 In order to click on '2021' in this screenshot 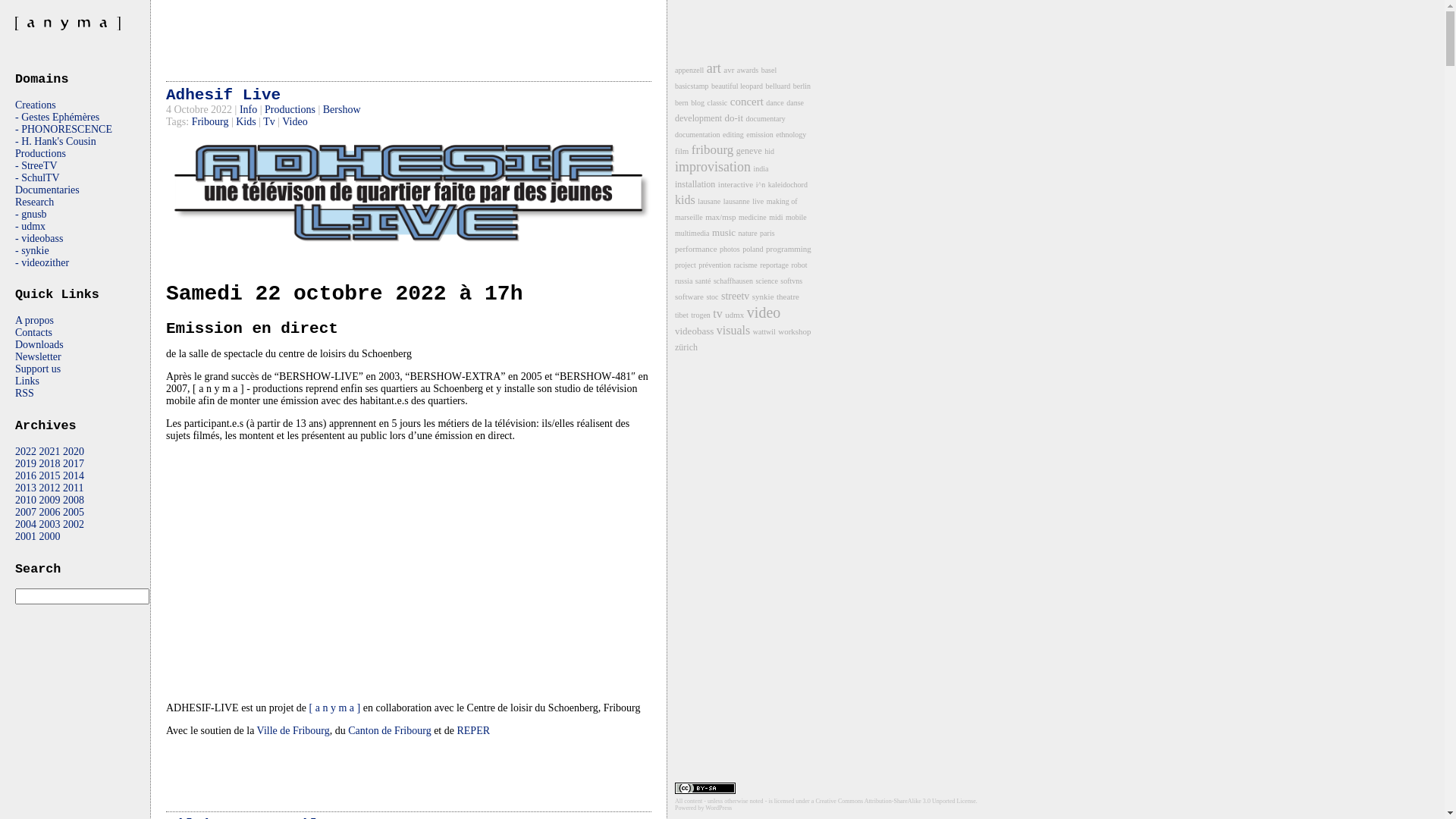, I will do `click(50, 450)`.